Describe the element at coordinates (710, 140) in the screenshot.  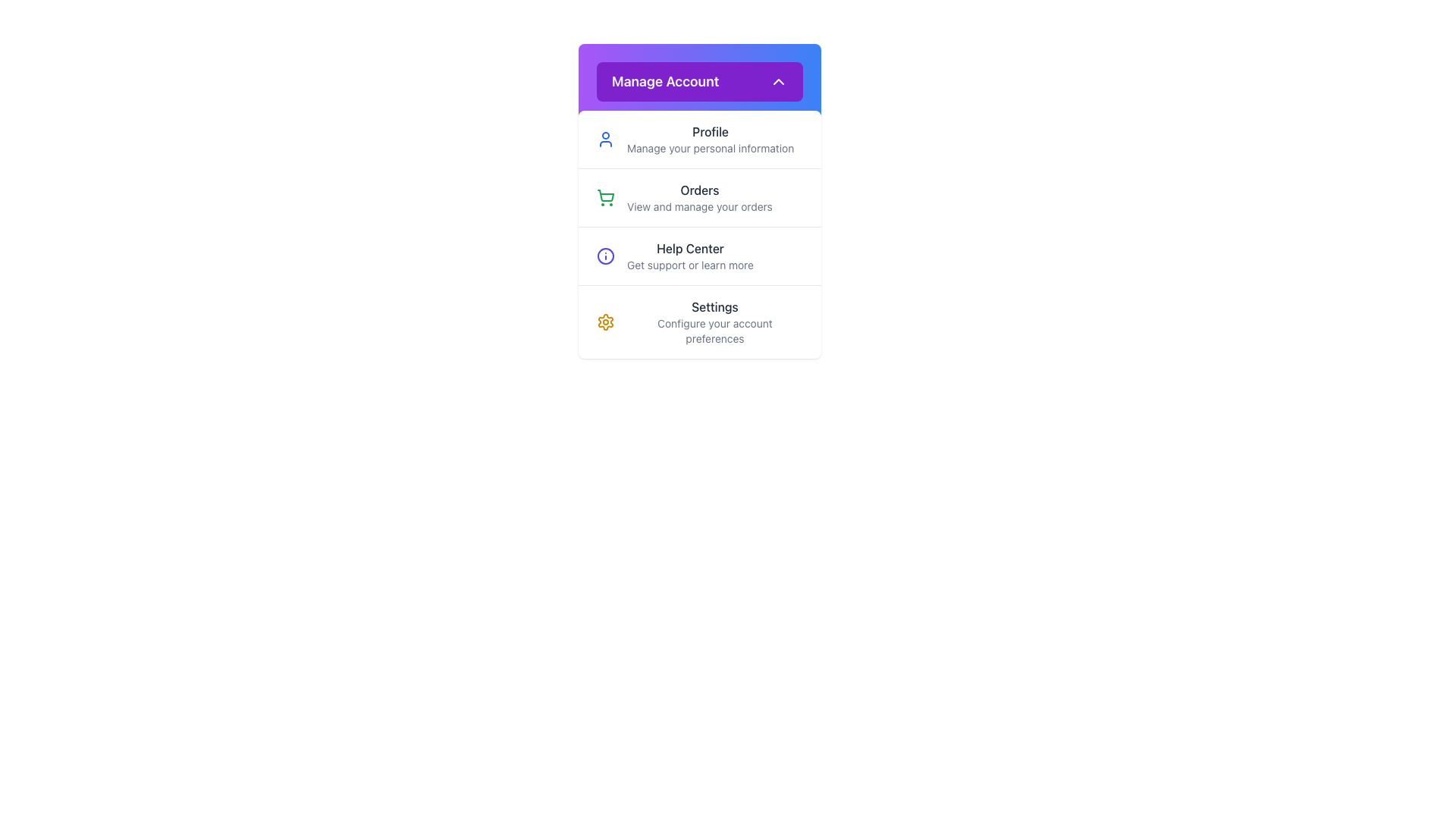
I see `the first menu item in the 'Manage Account' section` at that location.